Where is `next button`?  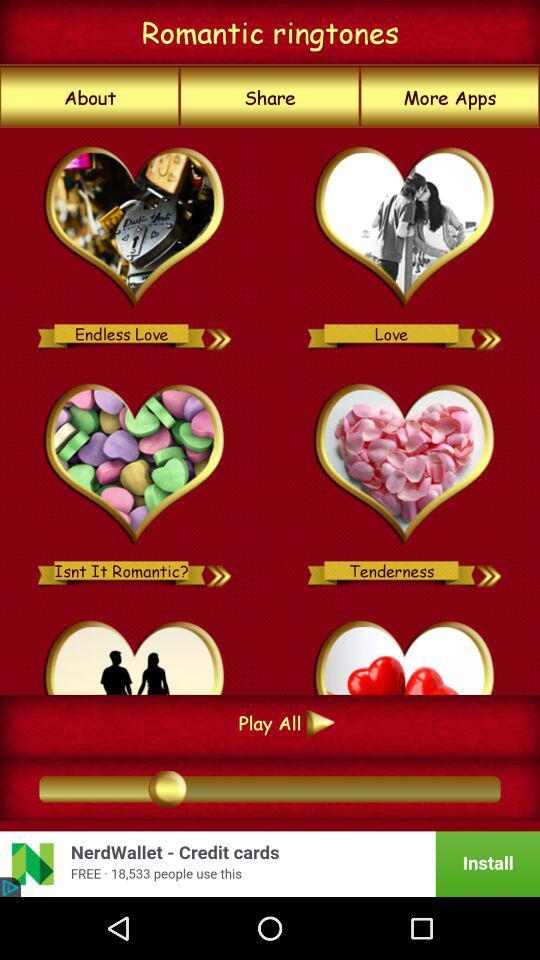
next button is located at coordinates (219, 333).